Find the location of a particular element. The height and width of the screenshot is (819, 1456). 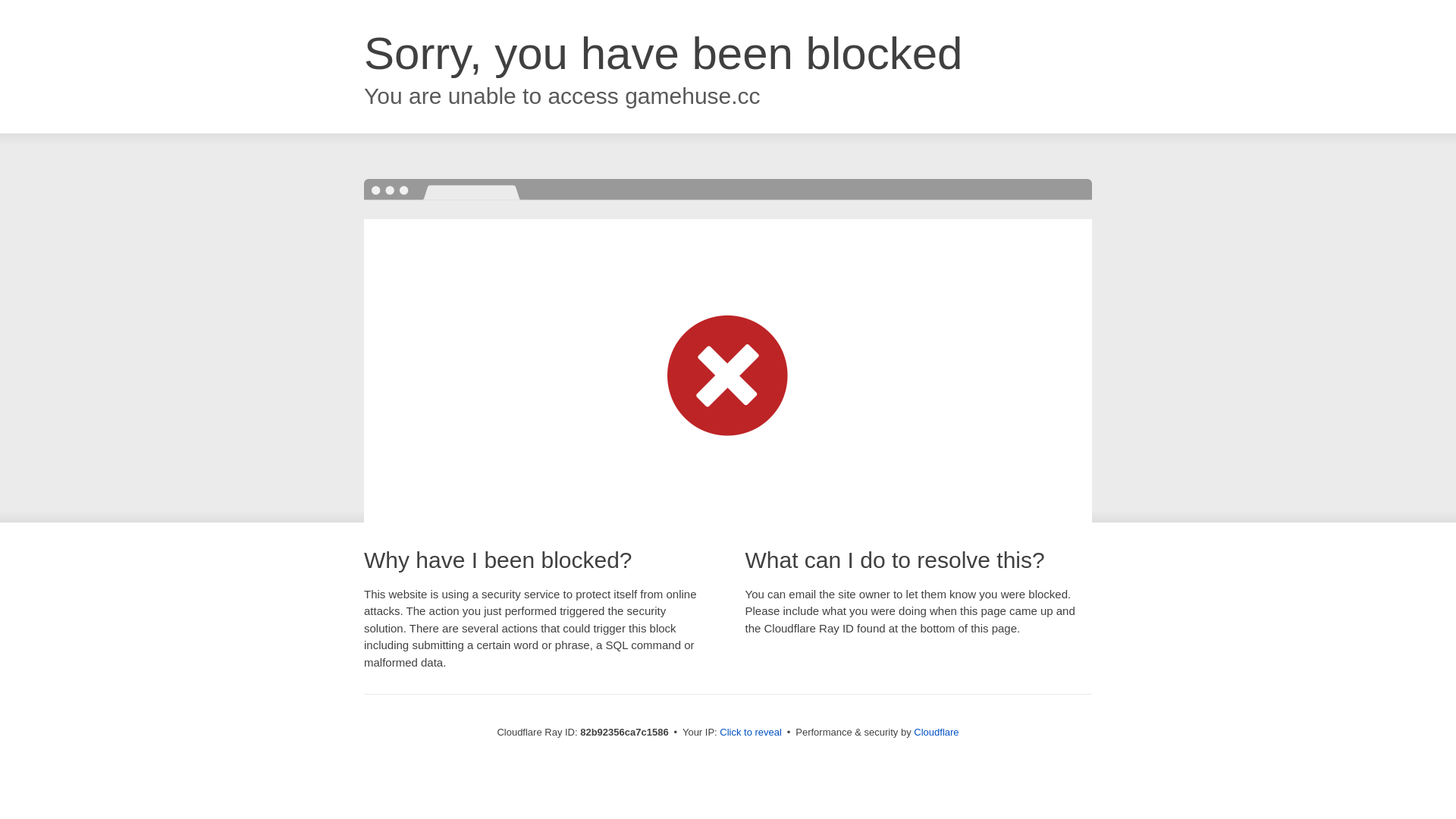

'Cloudflare' is located at coordinates (935, 731).